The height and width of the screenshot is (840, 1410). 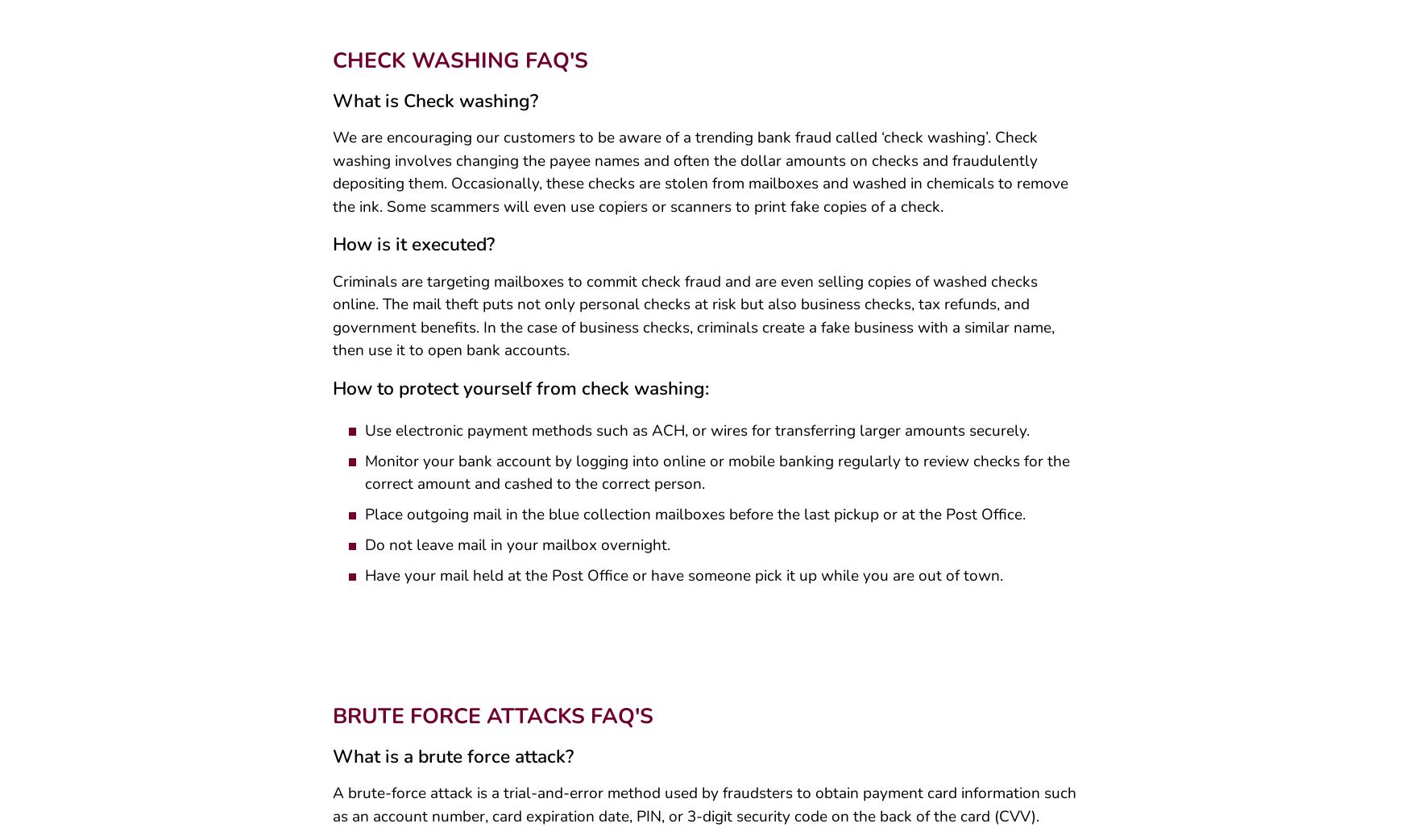 I want to click on 'Brute Force Attacks FAQ's', so click(x=491, y=721).